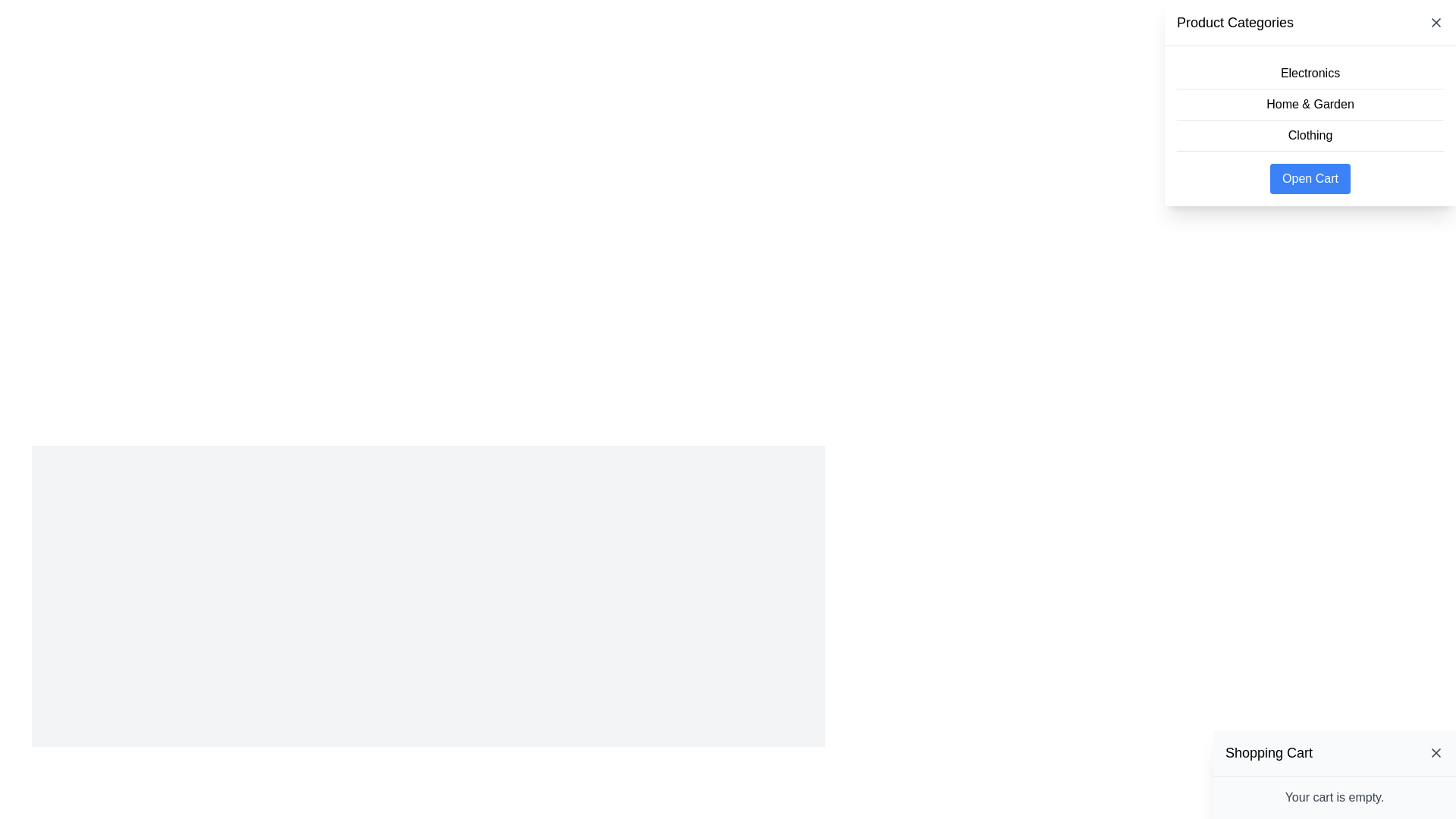  Describe the element at coordinates (1310, 135) in the screenshot. I see `the 'Clothing' text button in the dropdown menu` at that location.